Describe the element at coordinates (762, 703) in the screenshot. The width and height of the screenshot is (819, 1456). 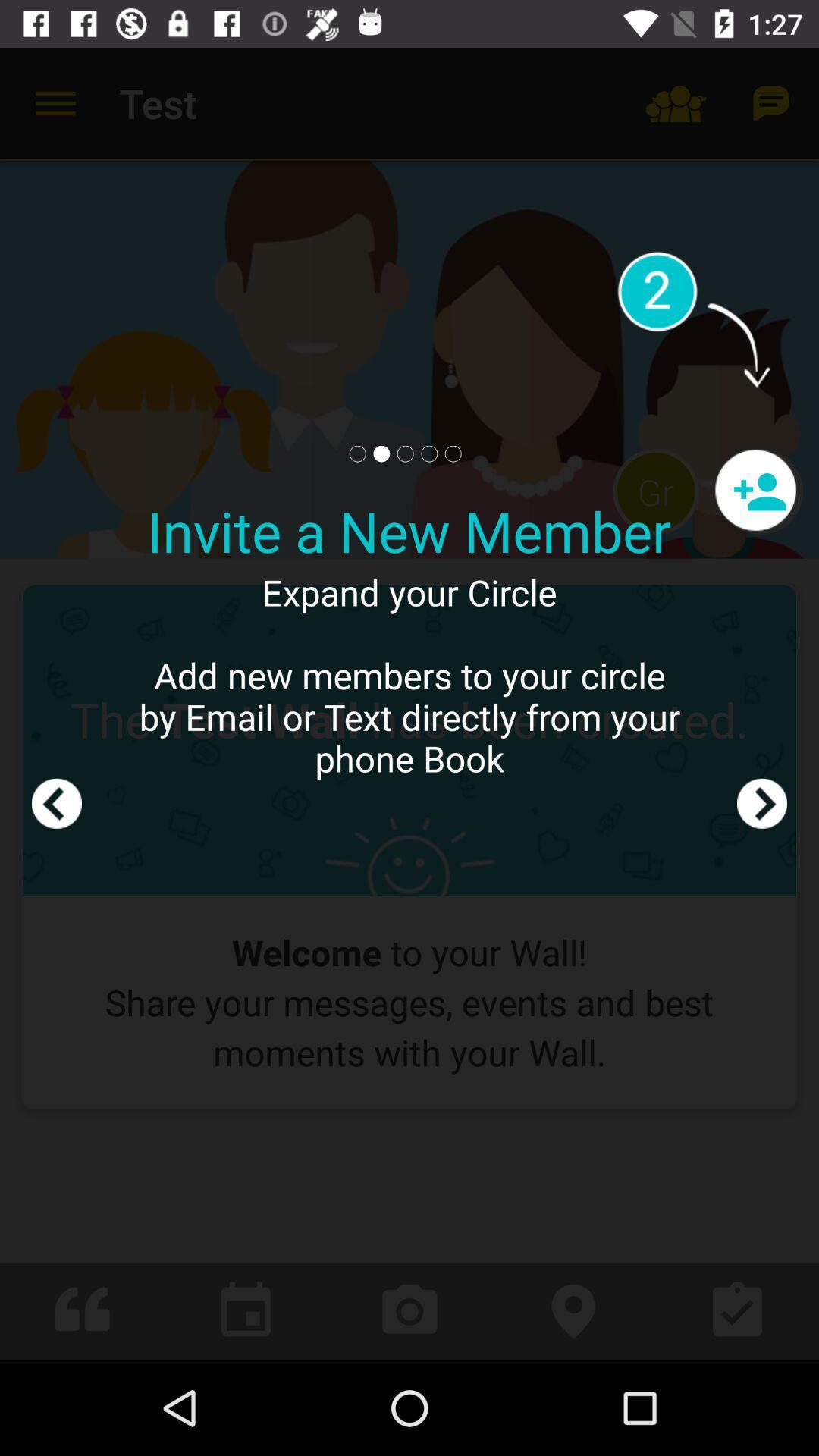
I see `next instruction` at that location.